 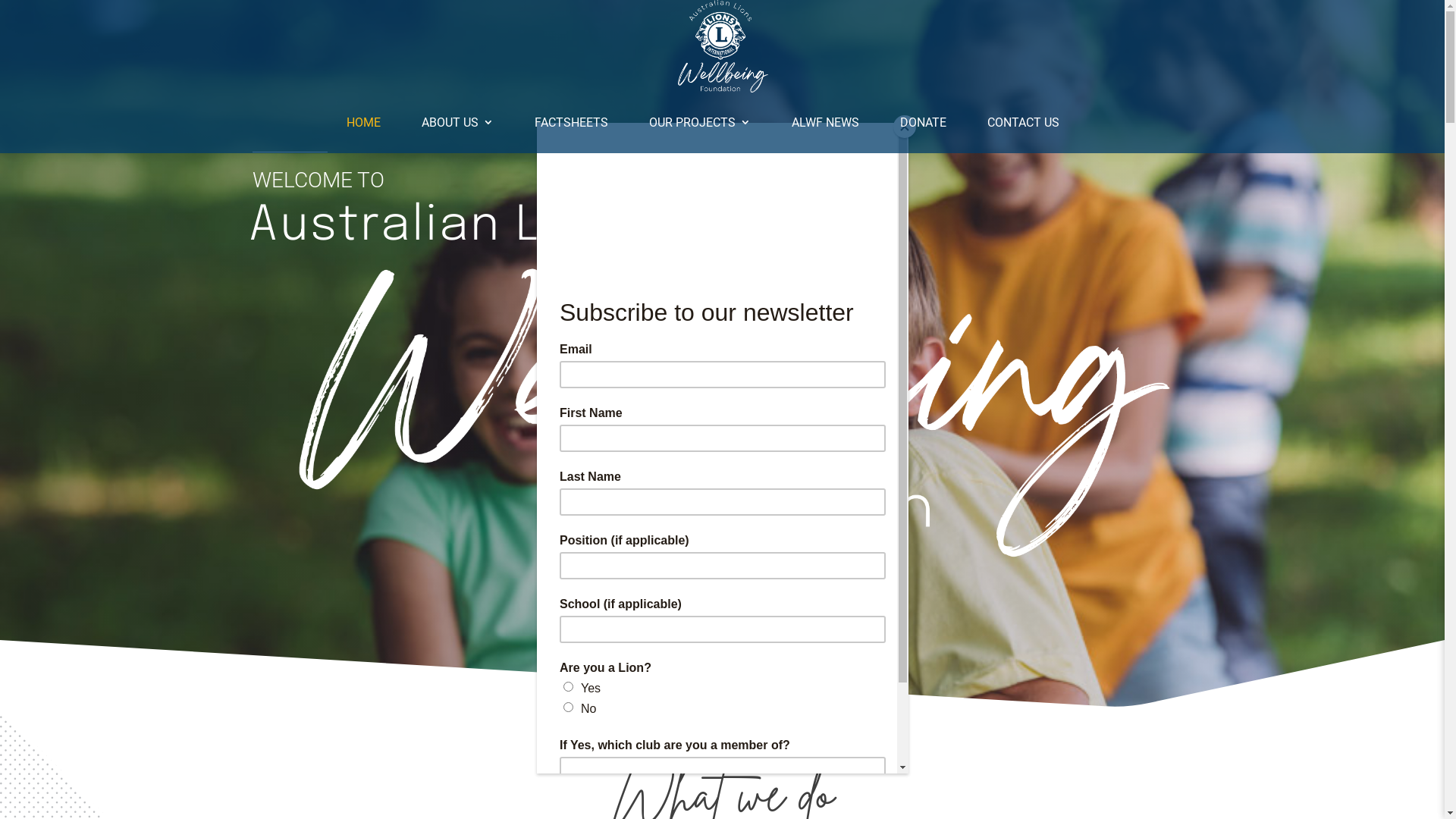 I want to click on 'HOME', so click(x=345, y=122).